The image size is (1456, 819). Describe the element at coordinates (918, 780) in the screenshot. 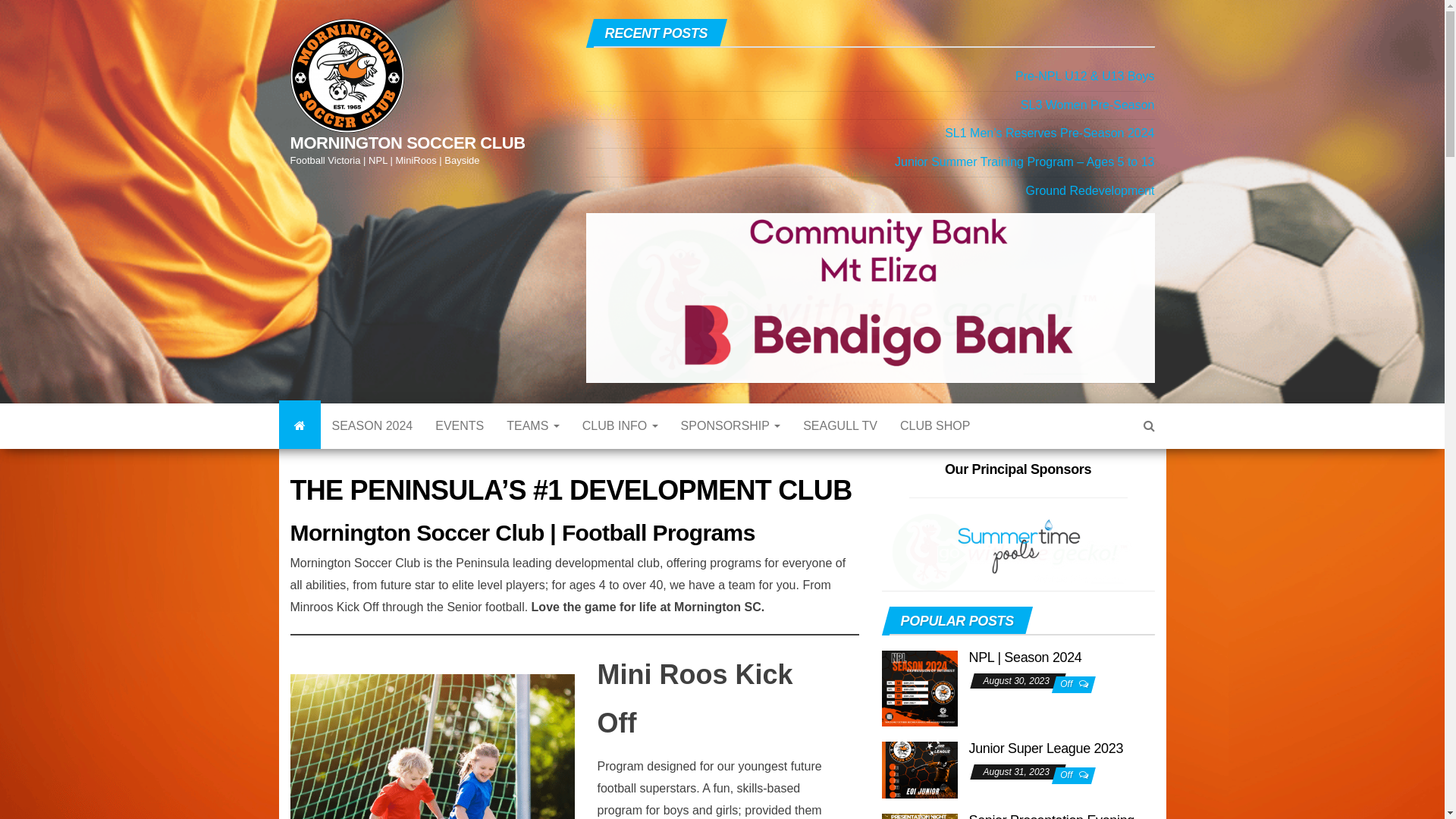

I see `'Junior Super League 2023'` at that location.